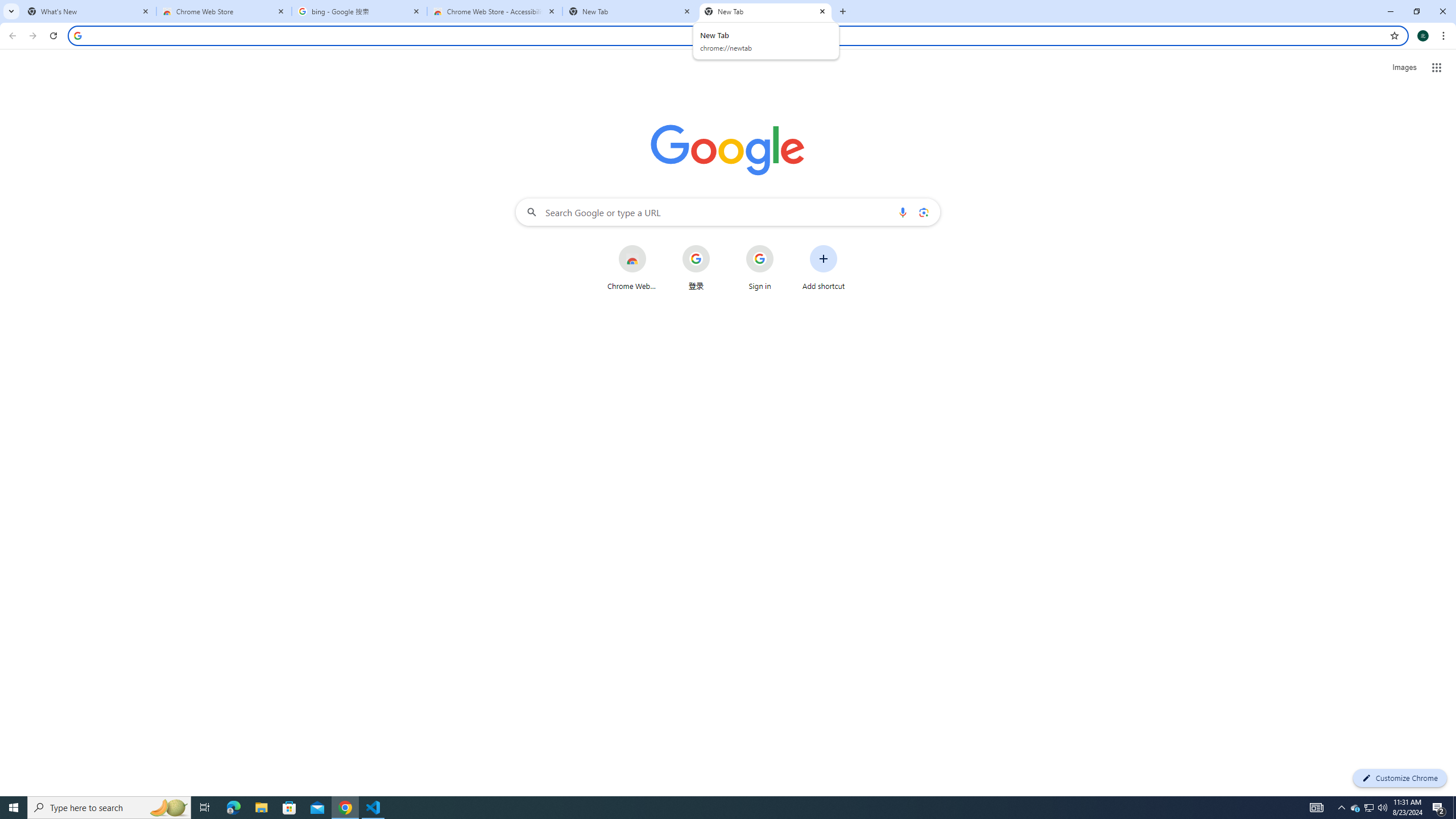 This screenshot has height=819, width=1456. I want to click on 'Search Google or type a URL', so click(728, 211).